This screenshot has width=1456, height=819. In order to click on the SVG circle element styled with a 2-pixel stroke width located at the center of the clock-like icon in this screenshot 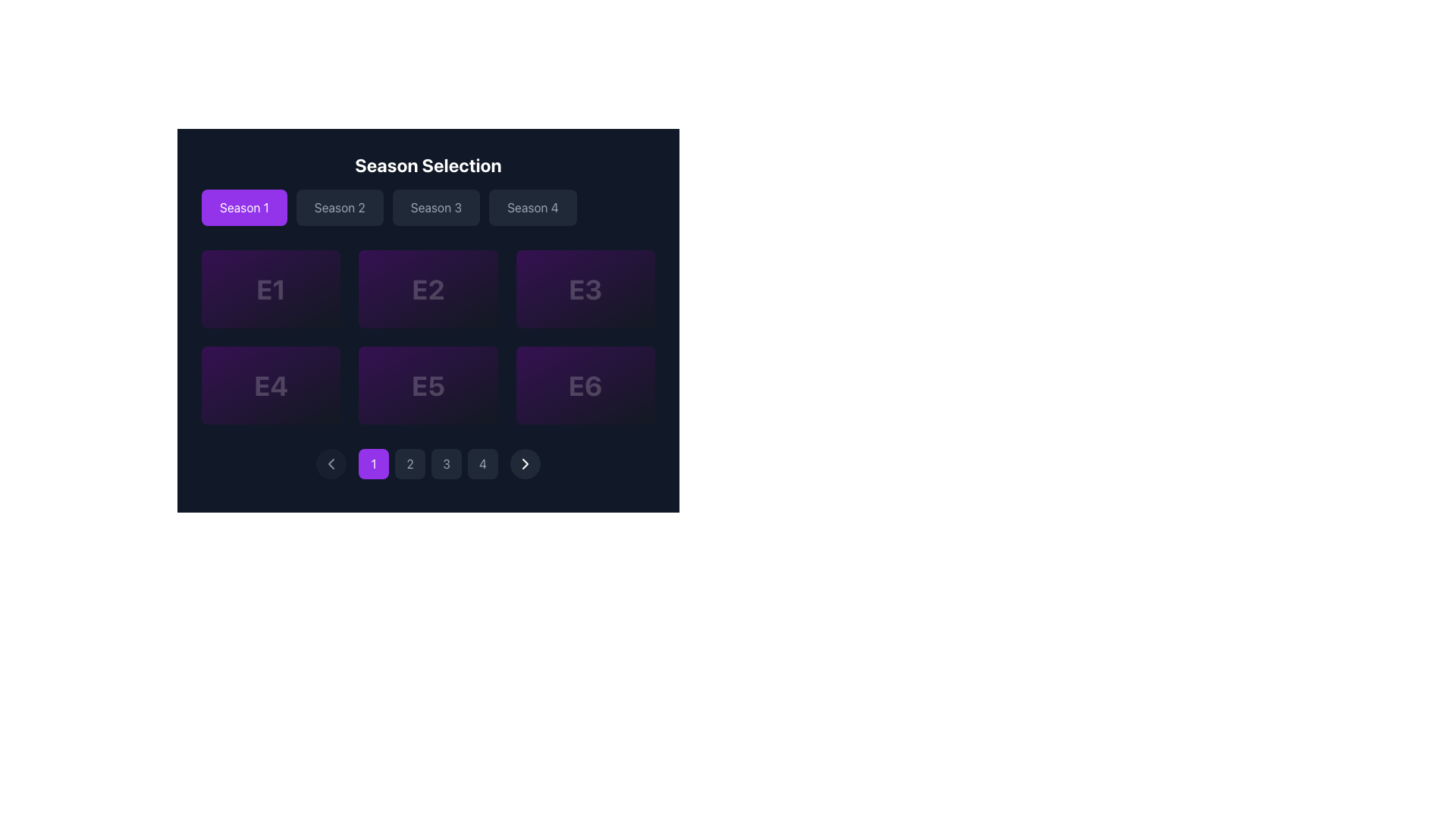, I will do `click(422, 345)`.